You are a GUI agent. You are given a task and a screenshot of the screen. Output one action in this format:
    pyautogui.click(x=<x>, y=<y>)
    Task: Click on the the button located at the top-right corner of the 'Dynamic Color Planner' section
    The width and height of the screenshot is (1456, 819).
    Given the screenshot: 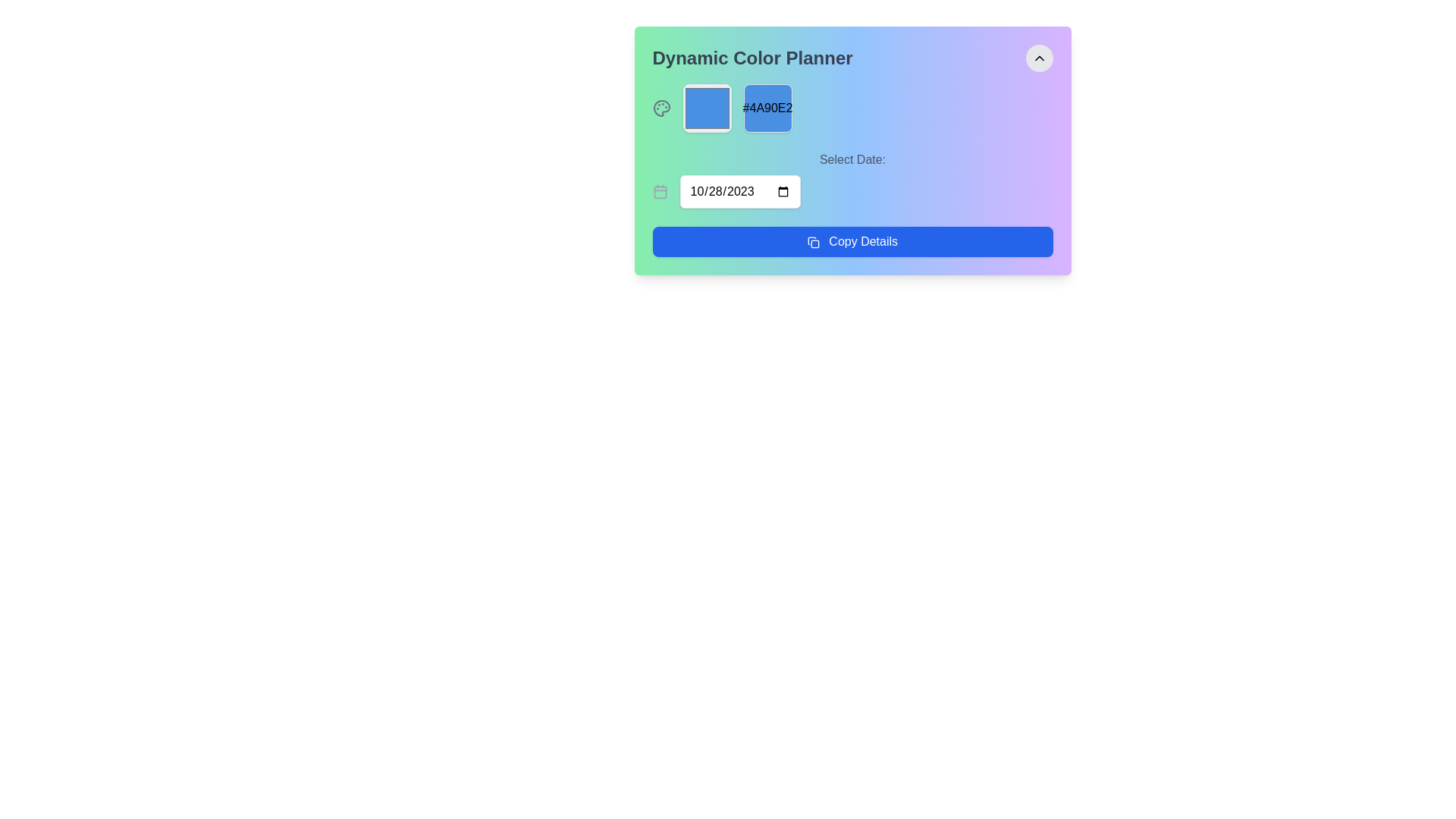 What is the action you would take?
    pyautogui.click(x=1038, y=58)
    